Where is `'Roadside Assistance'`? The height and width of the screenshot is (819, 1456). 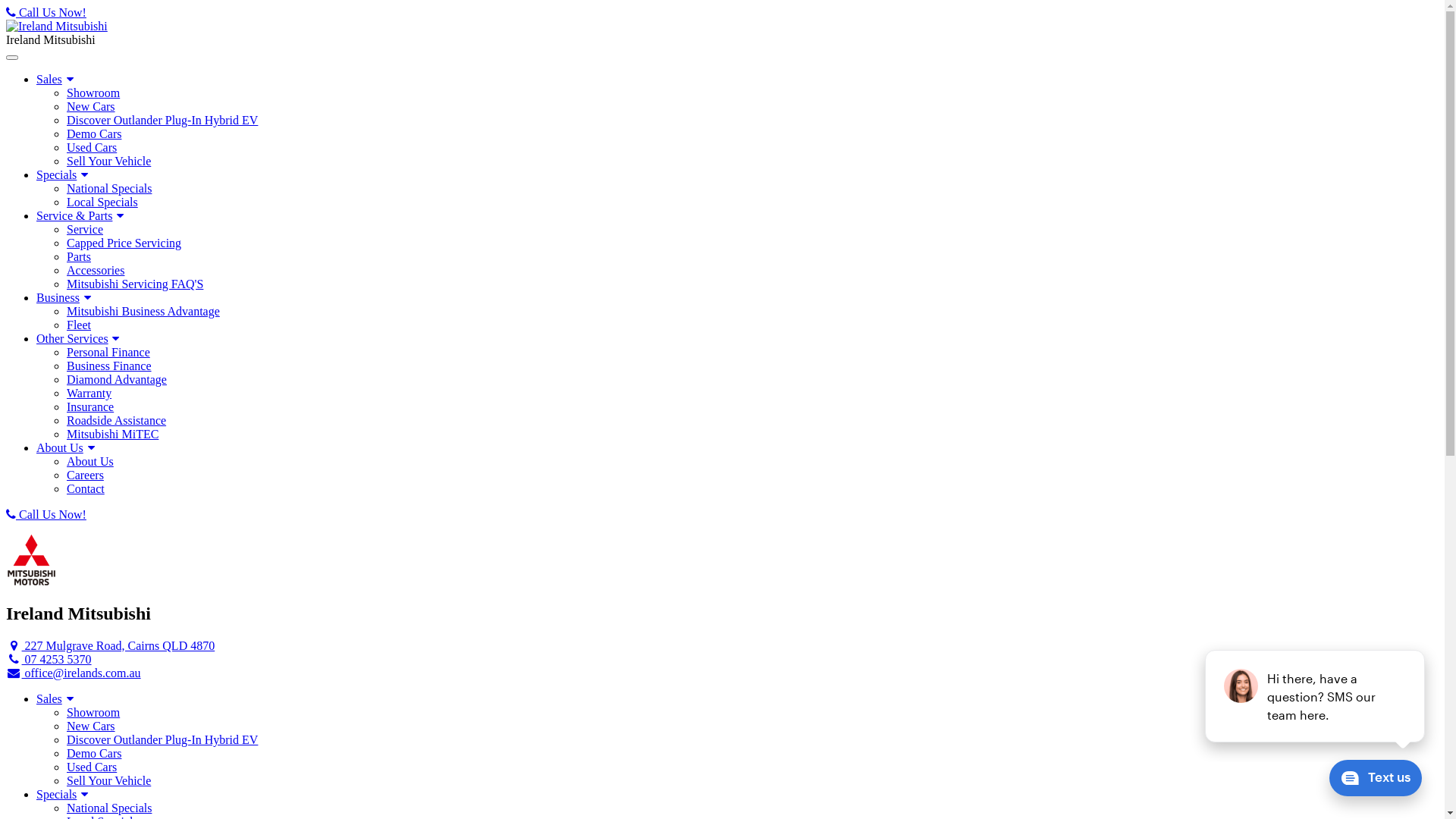
'Roadside Assistance' is located at coordinates (65, 421).